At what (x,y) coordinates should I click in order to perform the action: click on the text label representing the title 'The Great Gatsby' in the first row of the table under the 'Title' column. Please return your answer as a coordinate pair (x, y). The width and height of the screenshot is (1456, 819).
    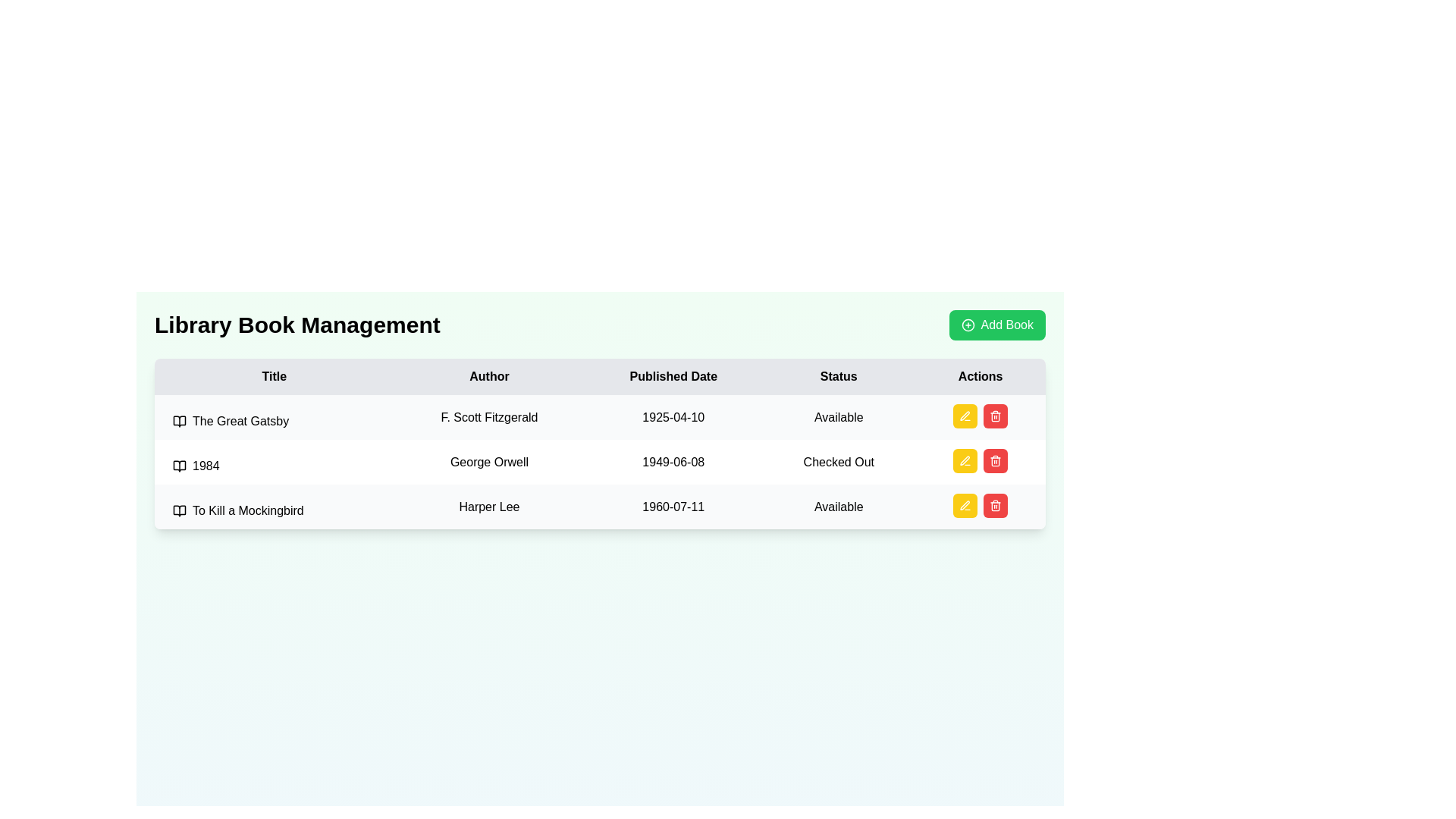
    Looking at the image, I should click on (274, 421).